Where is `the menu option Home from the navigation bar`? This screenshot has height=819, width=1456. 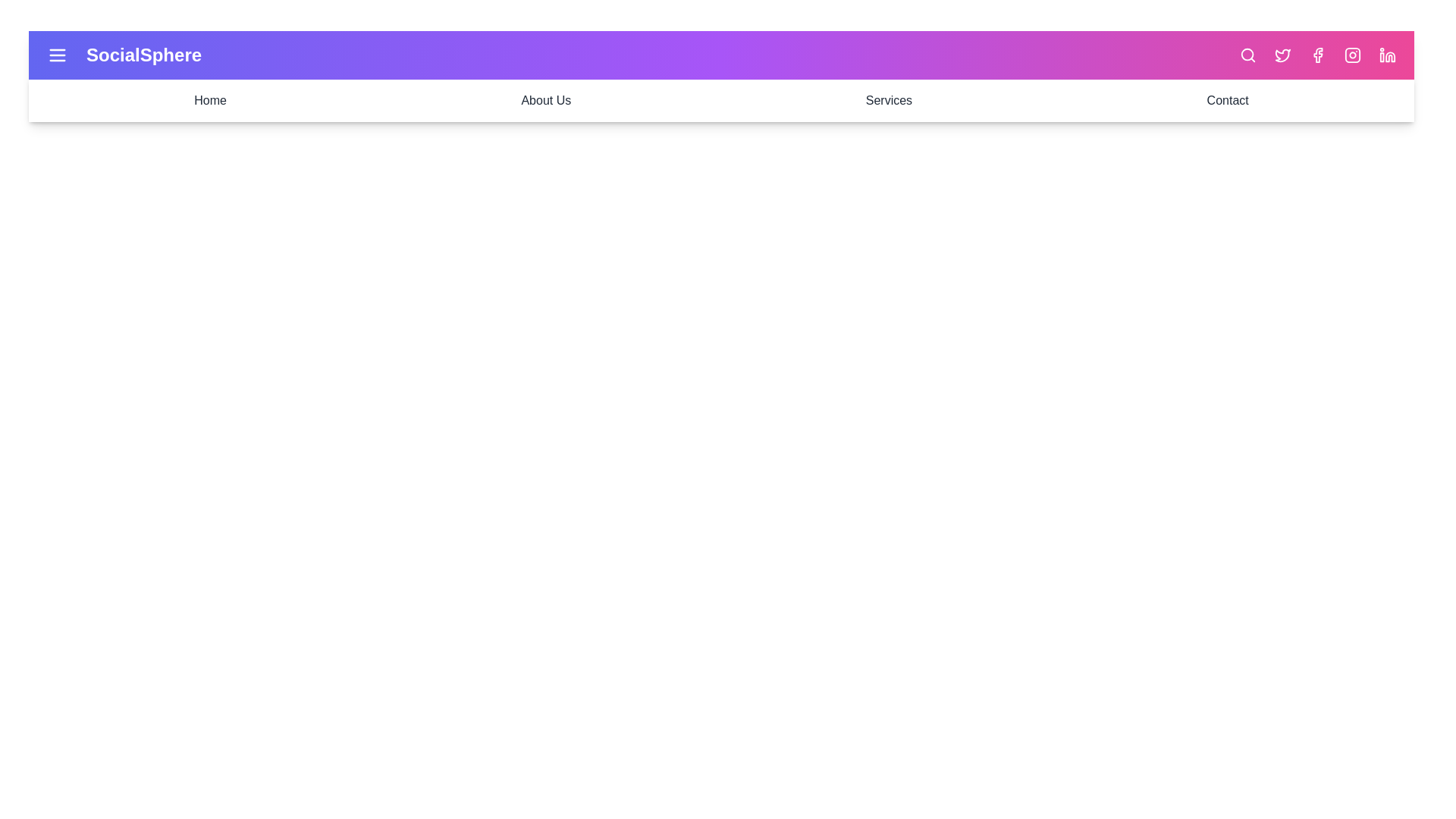 the menu option Home from the navigation bar is located at coordinates (209, 100).